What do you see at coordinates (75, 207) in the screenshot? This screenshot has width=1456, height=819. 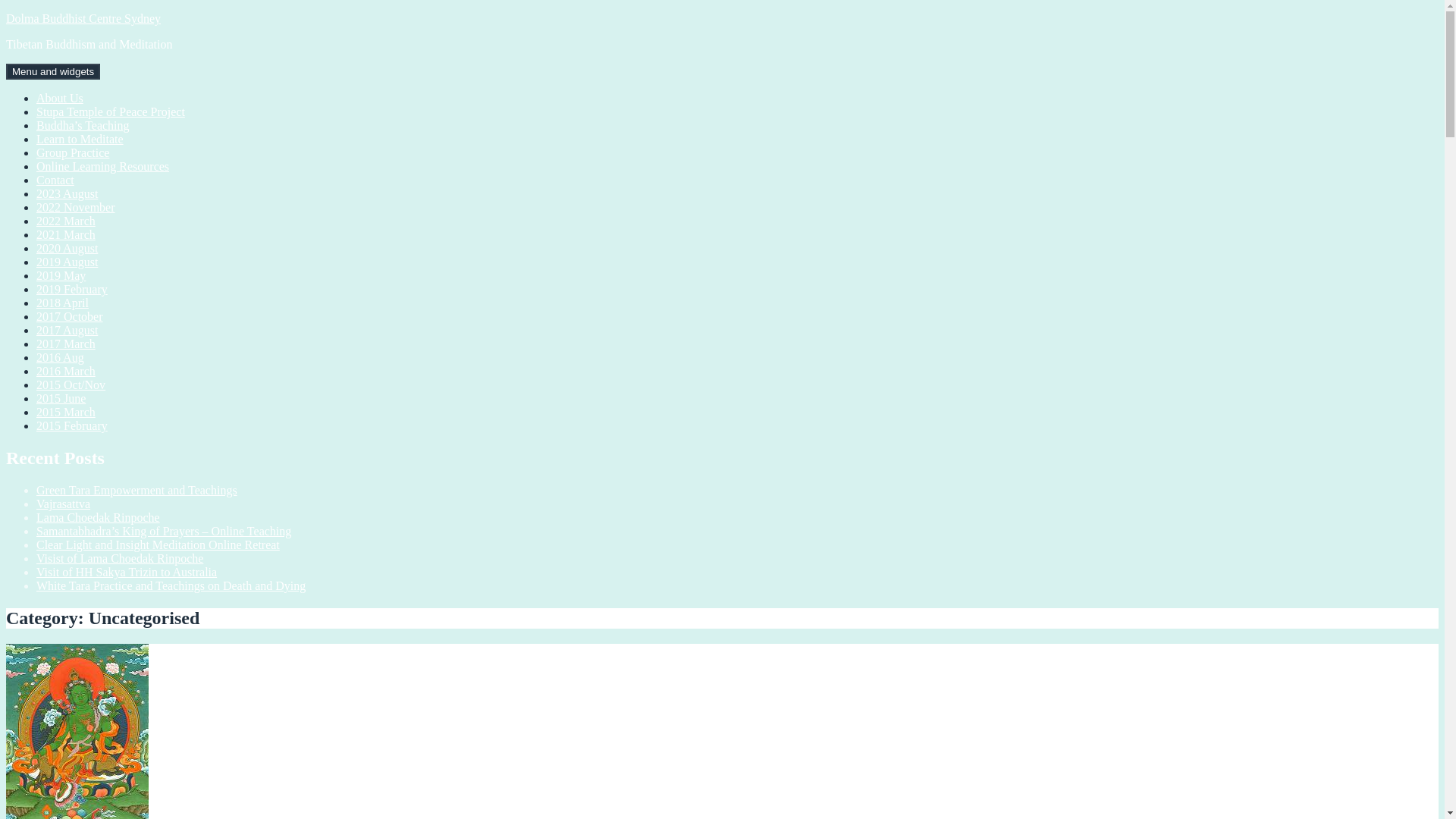 I see `'2022 November'` at bounding box center [75, 207].